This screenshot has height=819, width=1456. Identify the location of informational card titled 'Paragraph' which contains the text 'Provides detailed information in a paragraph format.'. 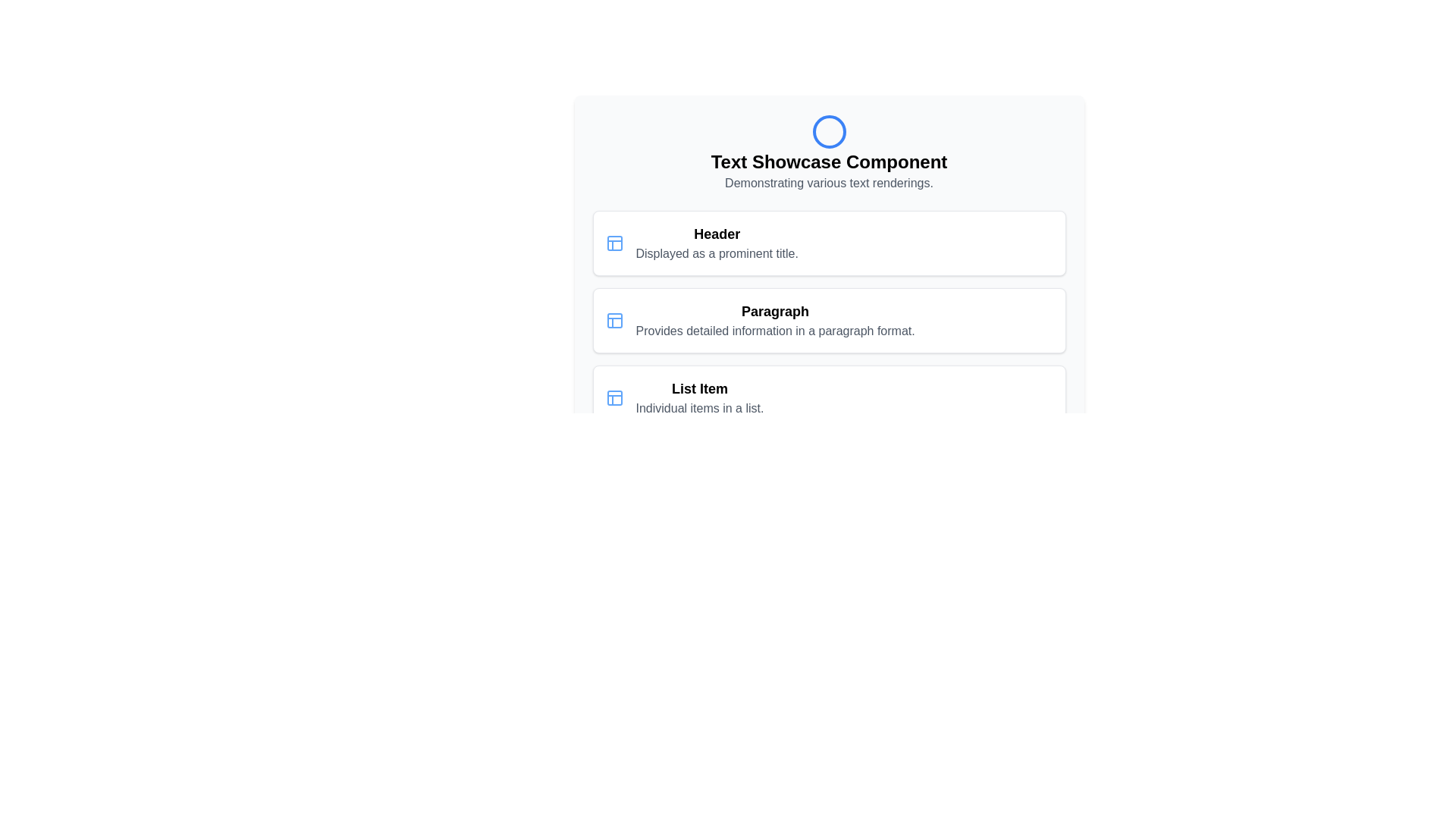
(828, 320).